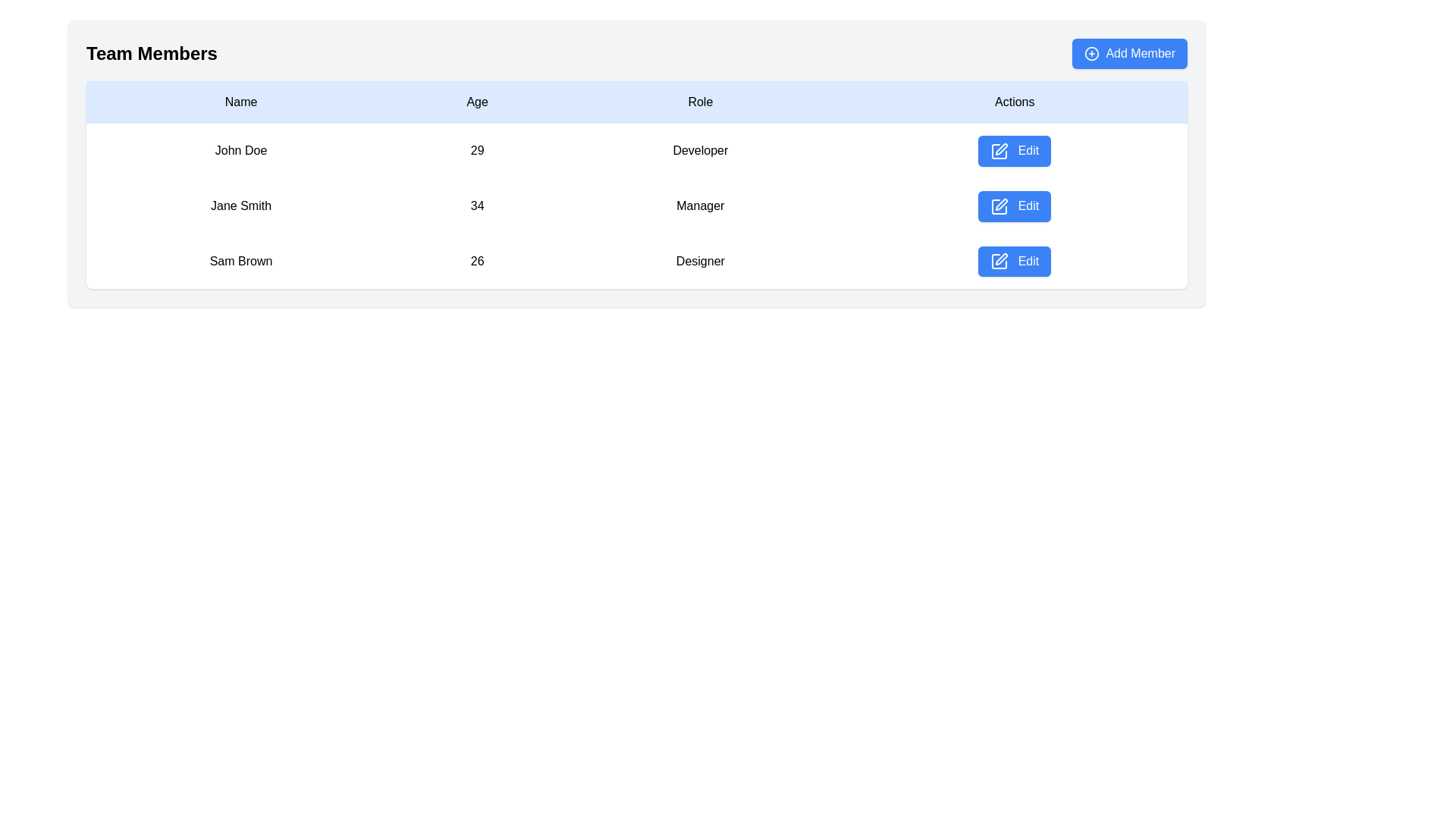  I want to click on the Label displaying the name of an individual in the first row of the 'Name' column in the table, so click(240, 151).